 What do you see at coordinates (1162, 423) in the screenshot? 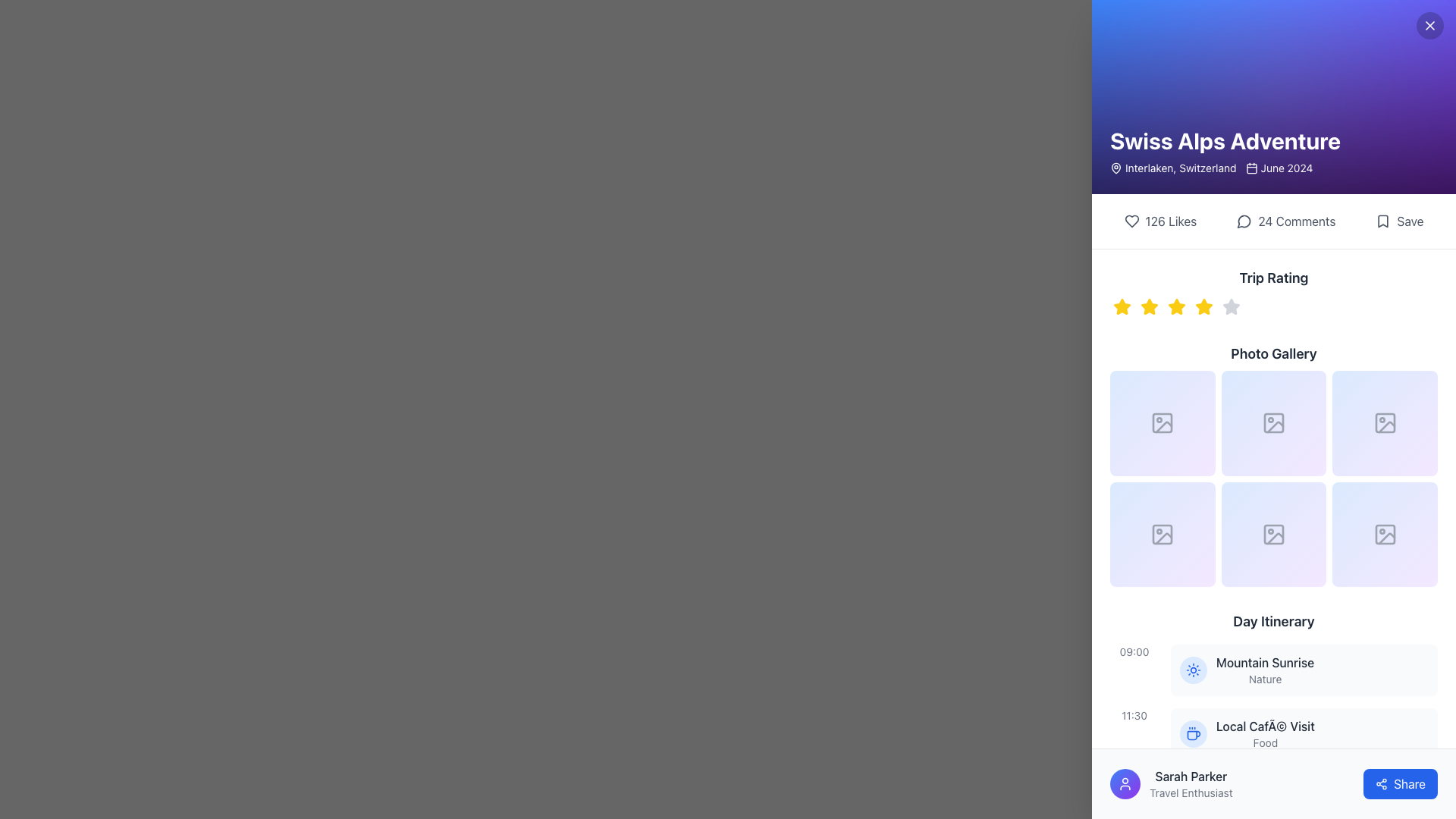
I see `the first image placeholder in the photo gallery, located under the 'Photo Gallery' header` at bounding box center [1162, 423].